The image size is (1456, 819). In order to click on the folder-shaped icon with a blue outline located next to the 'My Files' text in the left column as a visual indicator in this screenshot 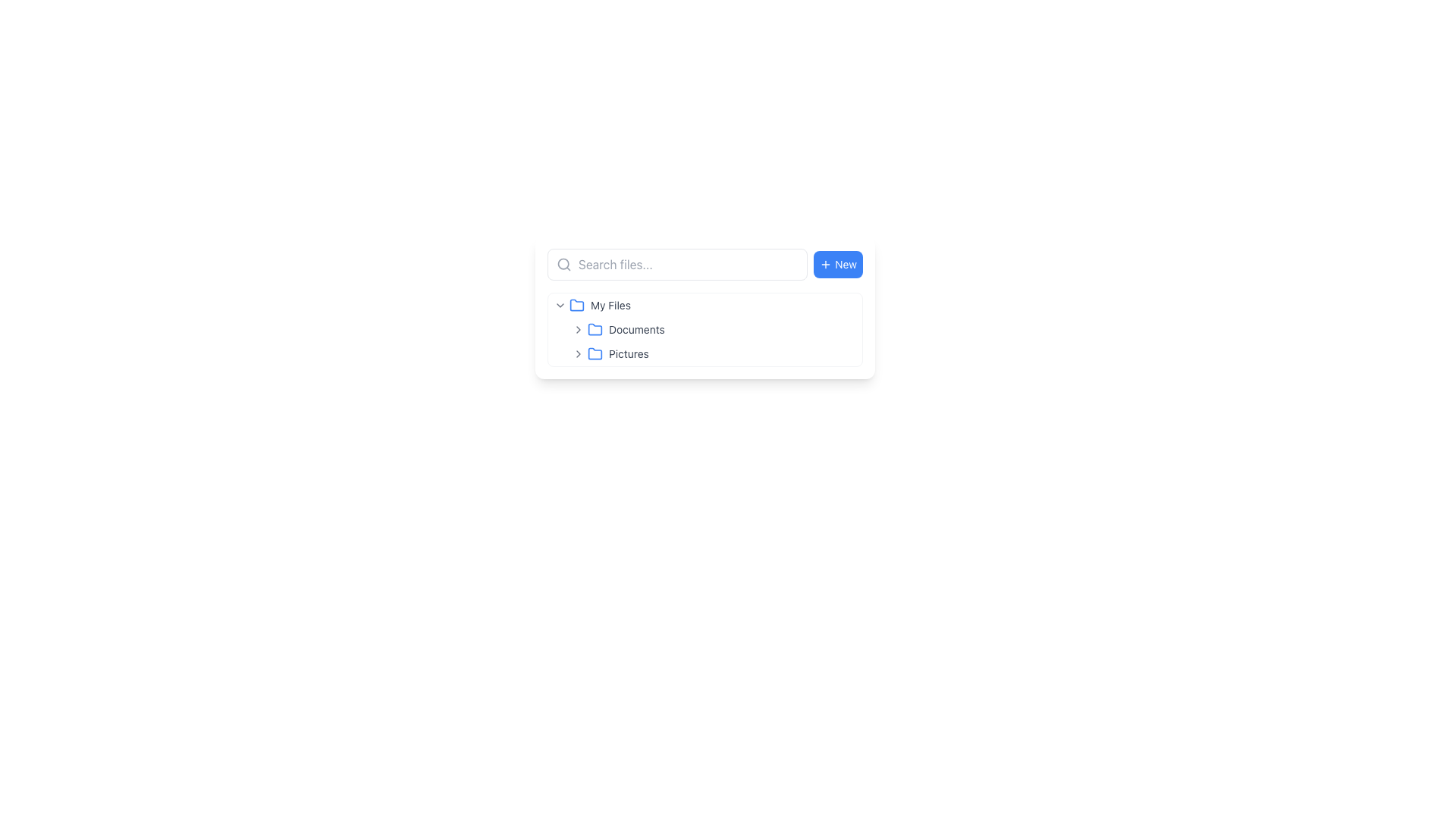, I will do `click(576, 305)`.